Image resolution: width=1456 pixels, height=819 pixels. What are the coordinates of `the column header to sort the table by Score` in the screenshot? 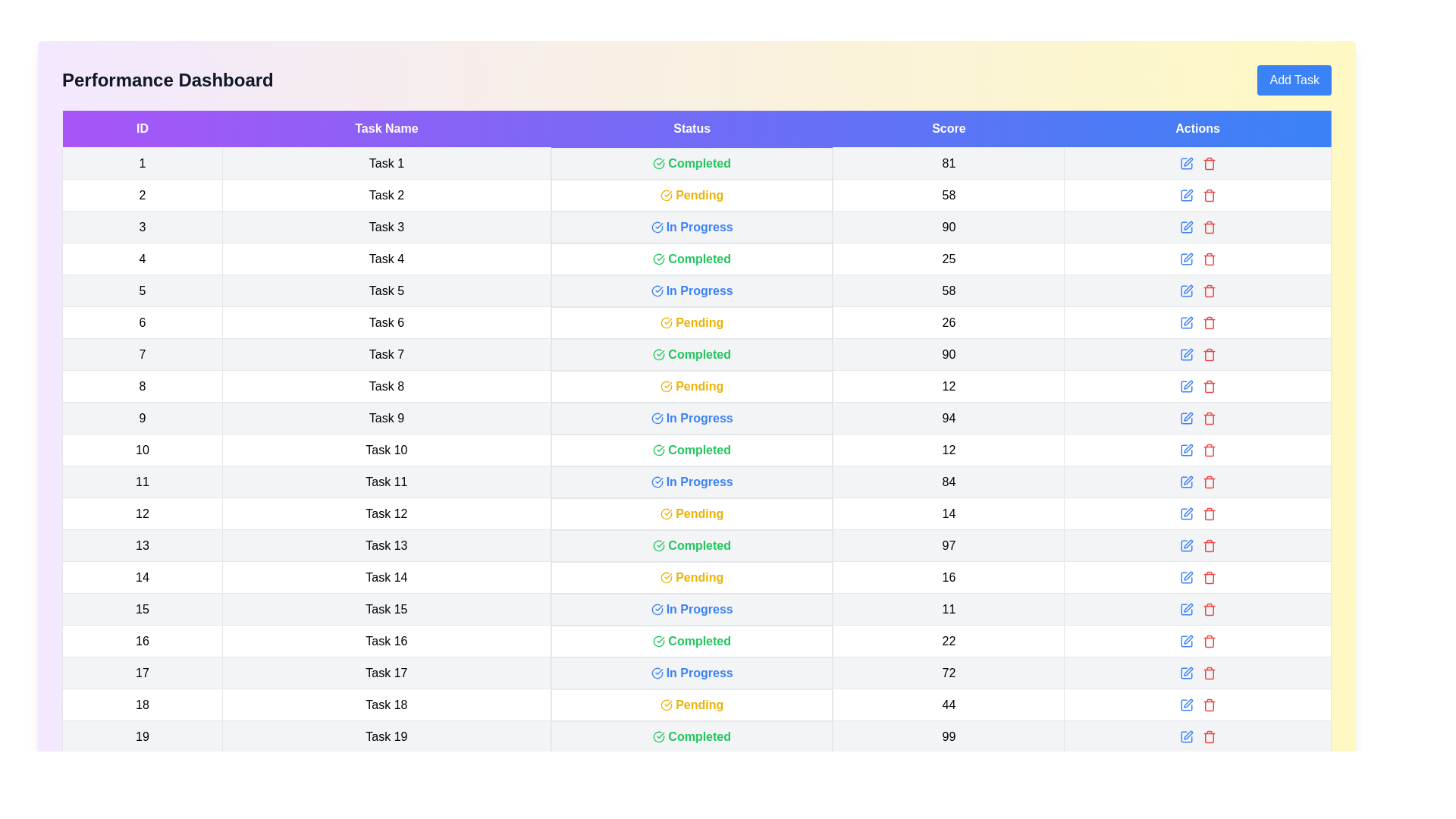 It's located at (948, 128).